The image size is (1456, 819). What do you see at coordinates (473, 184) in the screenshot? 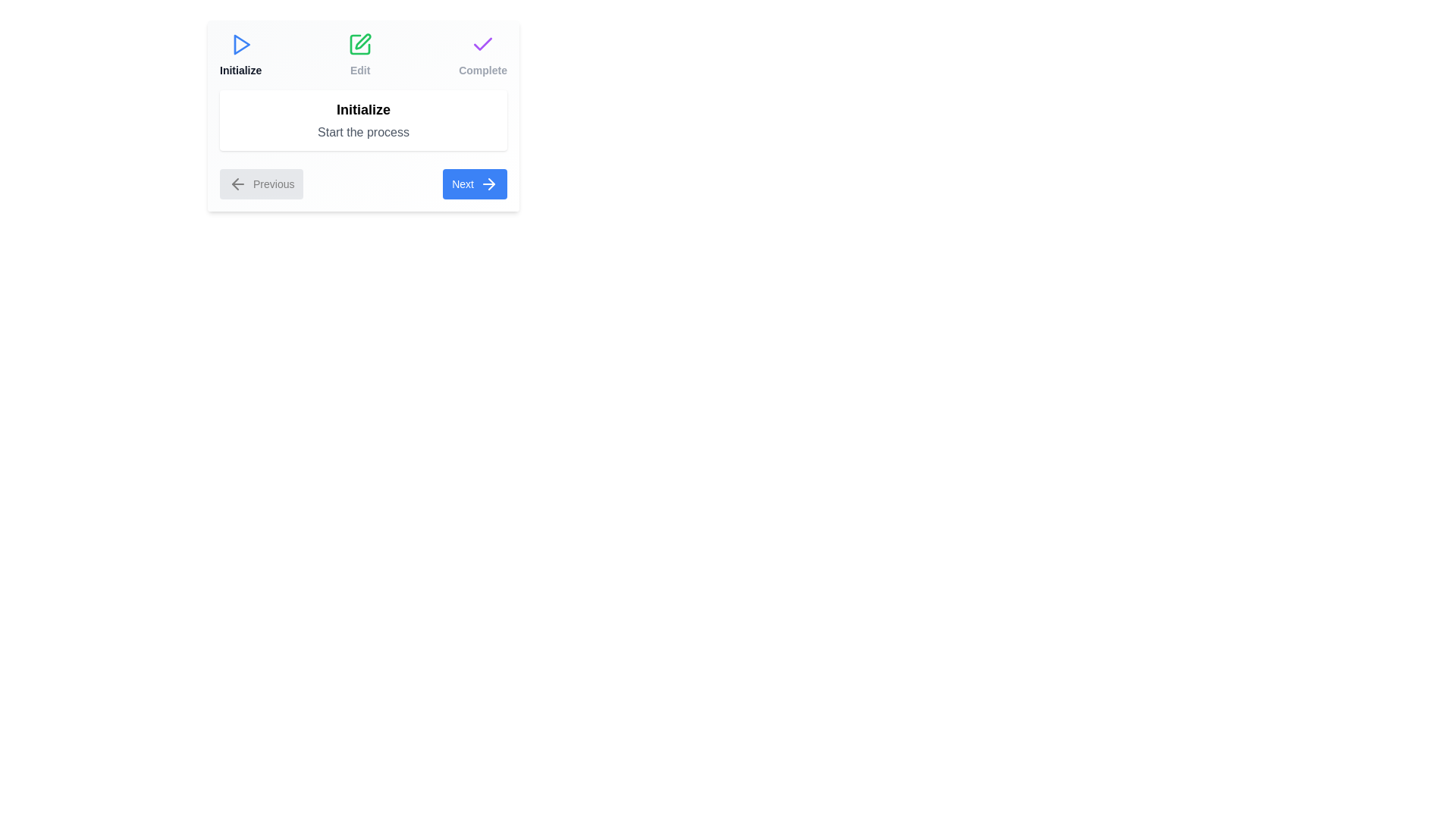
I see `the 'Next' button to navigate to the next step` at bounding box center [473, 184].